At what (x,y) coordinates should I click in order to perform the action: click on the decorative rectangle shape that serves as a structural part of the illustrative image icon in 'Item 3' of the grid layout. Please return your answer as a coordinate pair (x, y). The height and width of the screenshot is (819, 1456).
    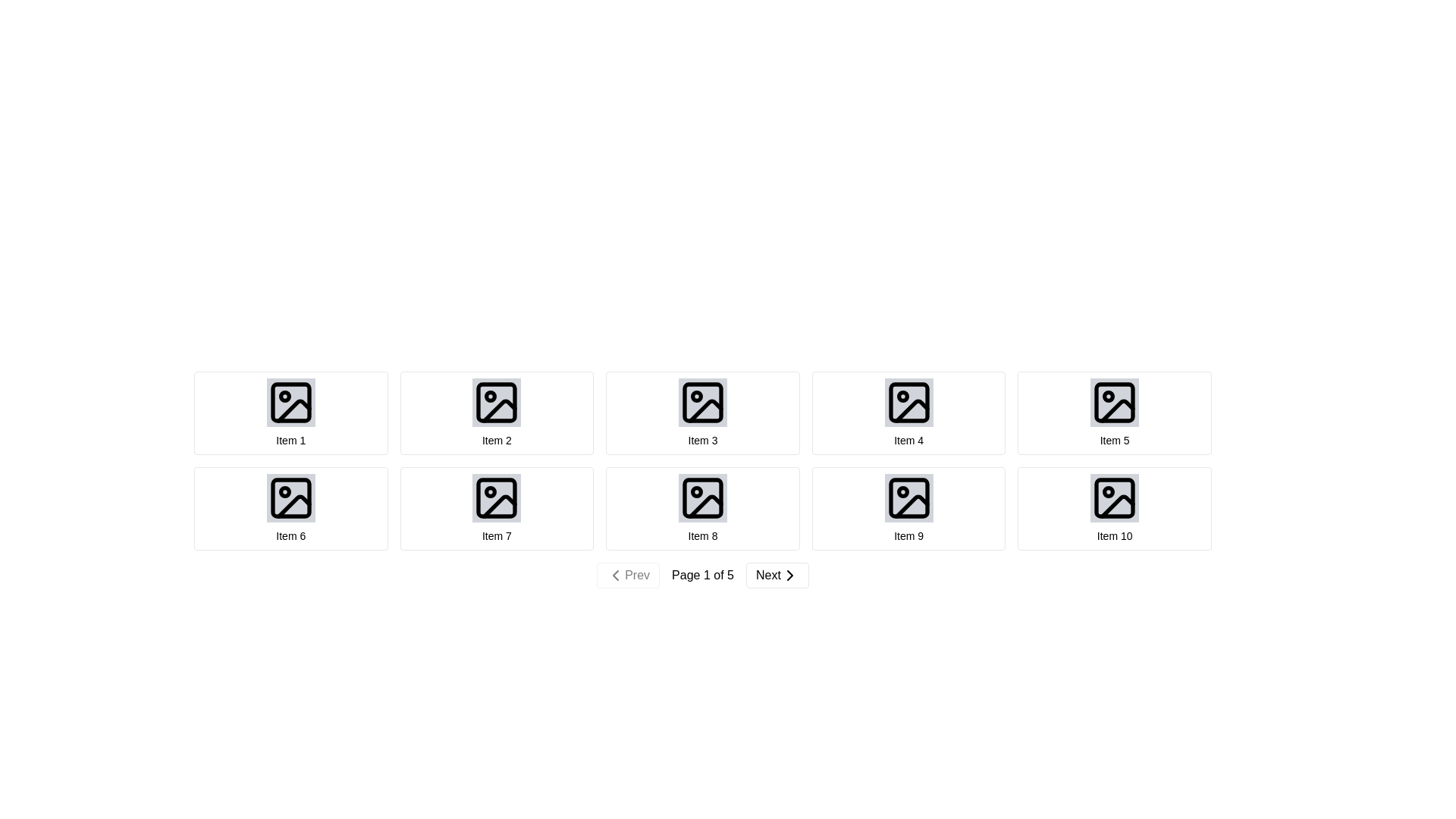
    Looking at the image, I should click on (701, 402).